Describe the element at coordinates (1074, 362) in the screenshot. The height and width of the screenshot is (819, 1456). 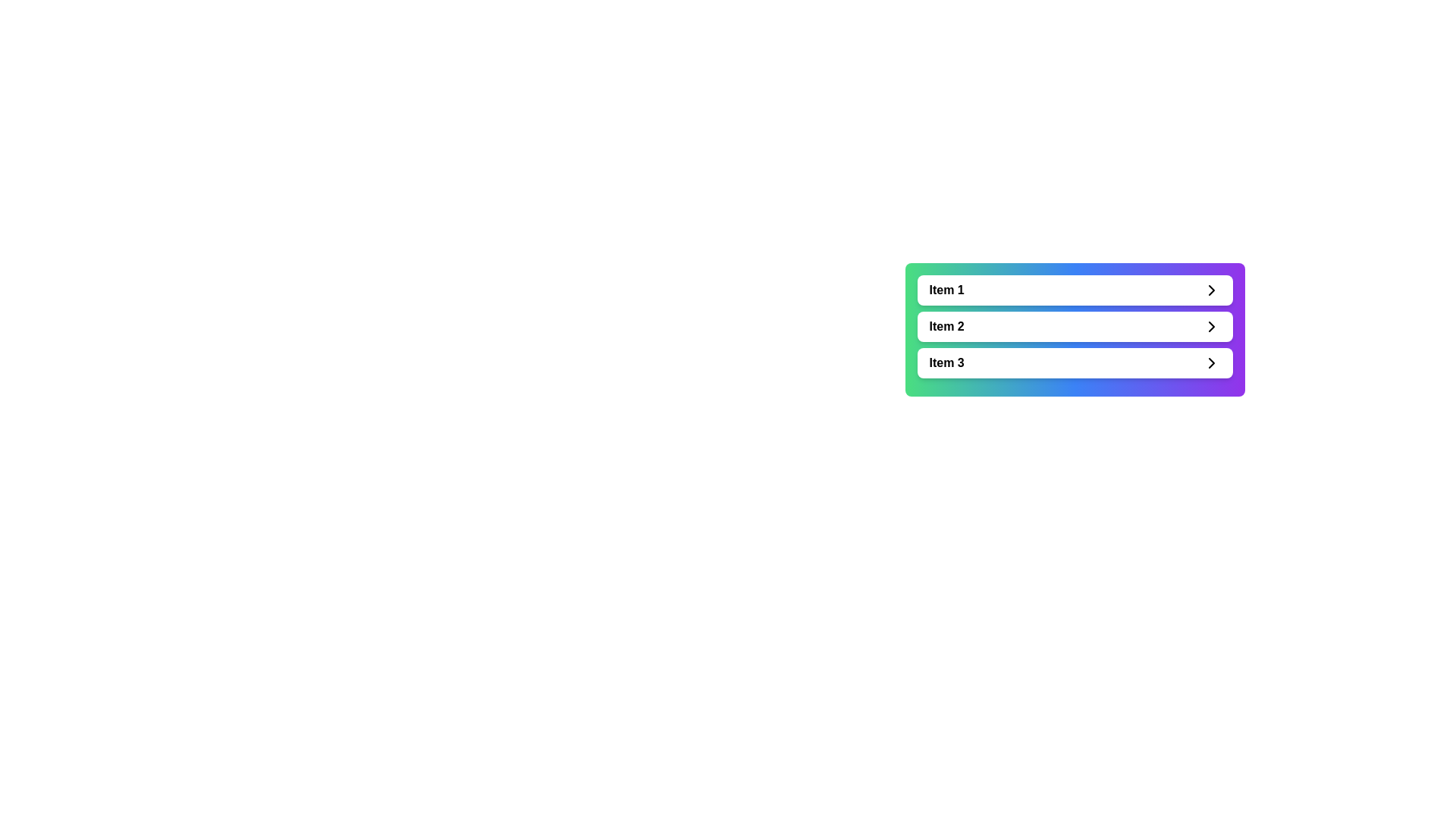
I see `the third item in a vertical list for accessibility by moving the cursor to its center point` at that location.